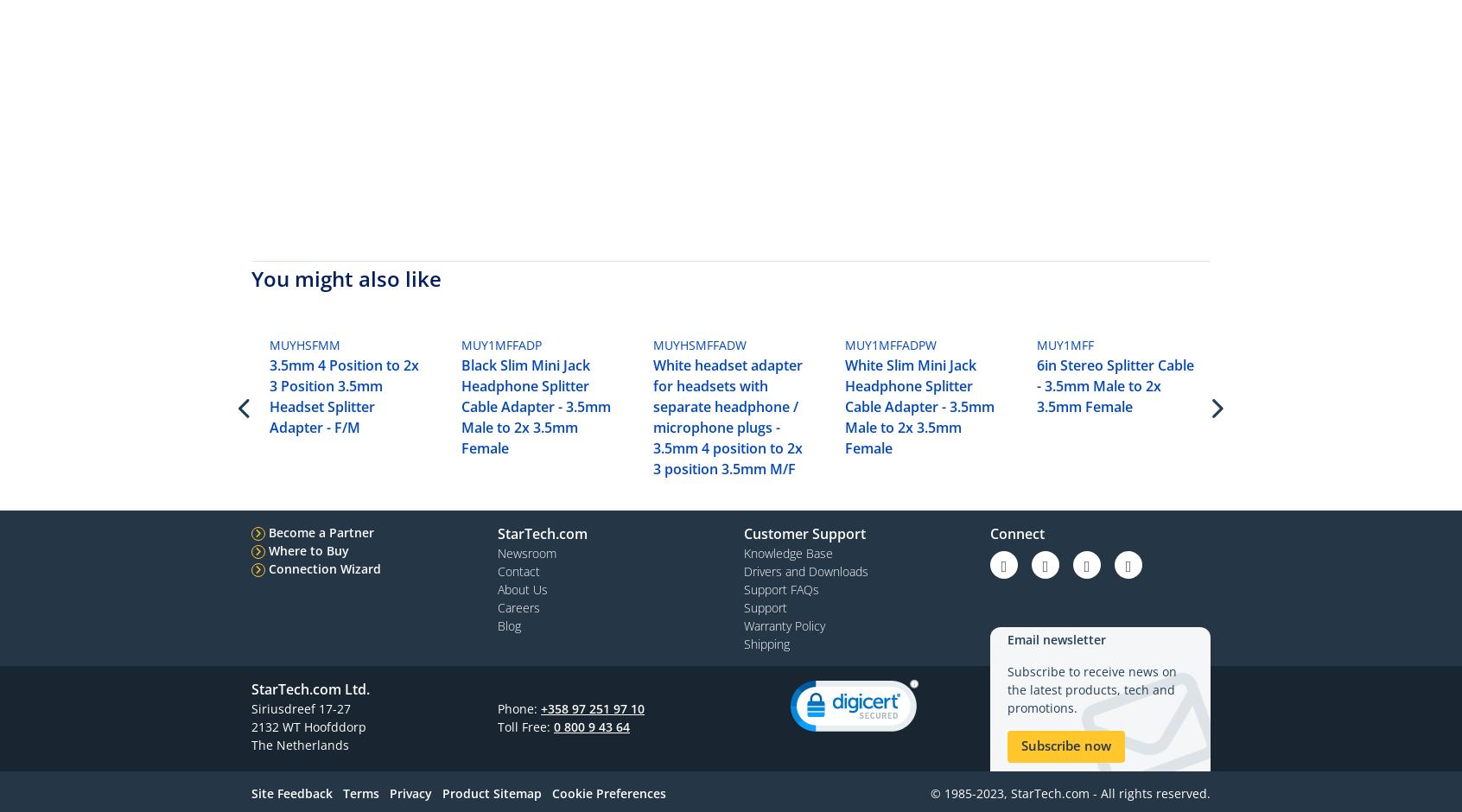 Image resolution: width=1462 pixels, height=812 pixels. What do you see at coordinates (1016, 532) in the screenshot?
I see `'Connect'` at bounding box center [1016, 532].